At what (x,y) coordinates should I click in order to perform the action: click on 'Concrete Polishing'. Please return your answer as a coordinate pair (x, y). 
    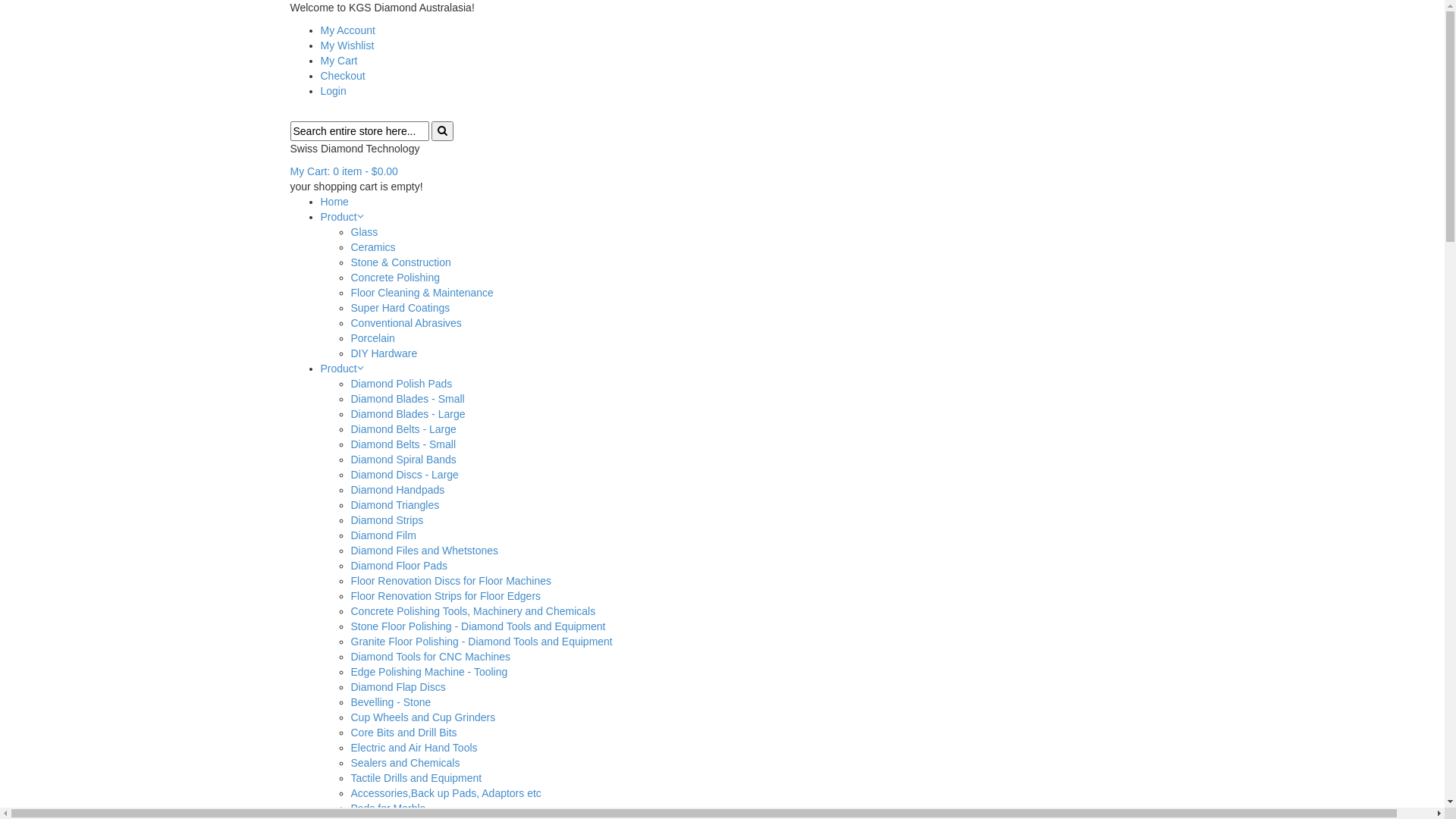
    Looking at the image, I should click on (395, 278).